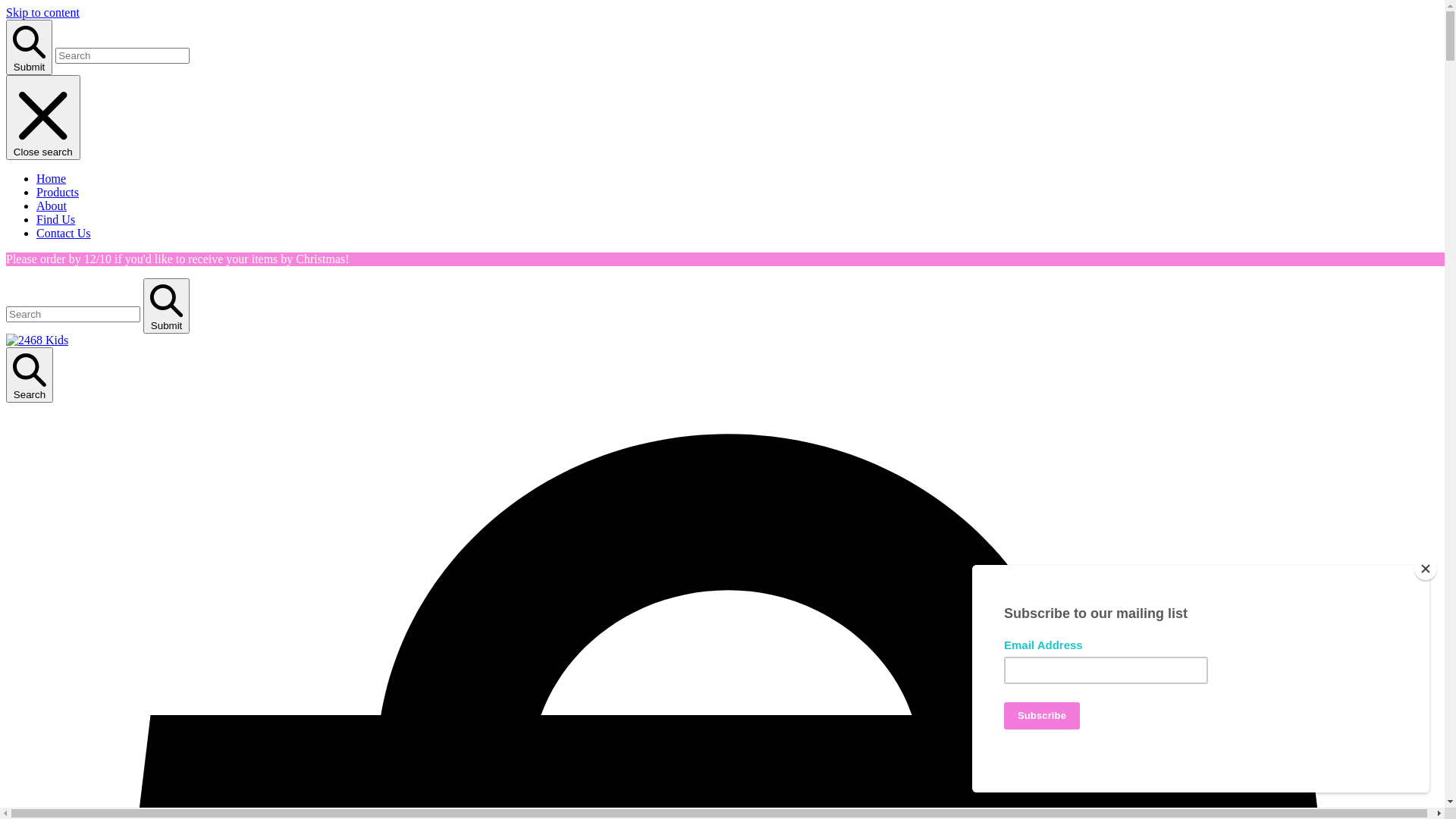  I want to click on 'Search', so click(29, 375).